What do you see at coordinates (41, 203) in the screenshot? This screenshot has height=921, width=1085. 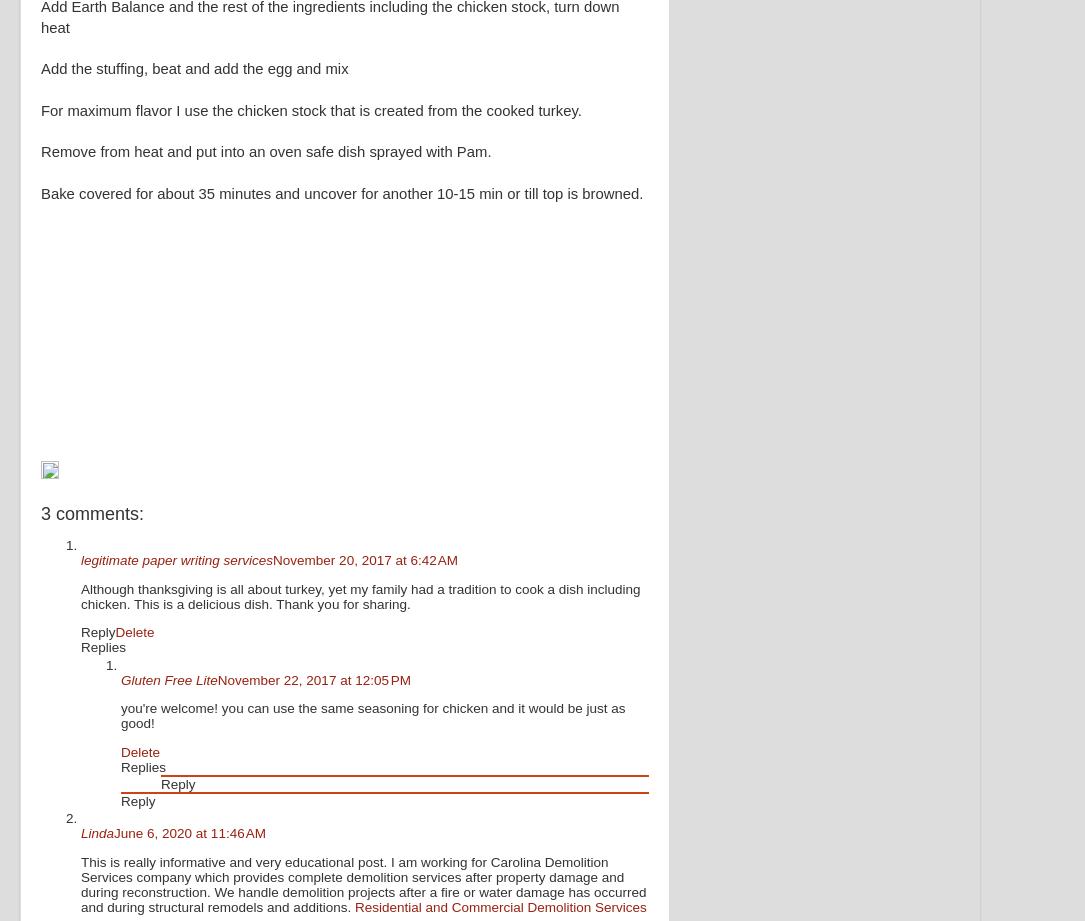 I see `'Bake covered for about 35 minutes and uncover for another 10-15 min or till top is browned.'` at bounding box center [41, 203].